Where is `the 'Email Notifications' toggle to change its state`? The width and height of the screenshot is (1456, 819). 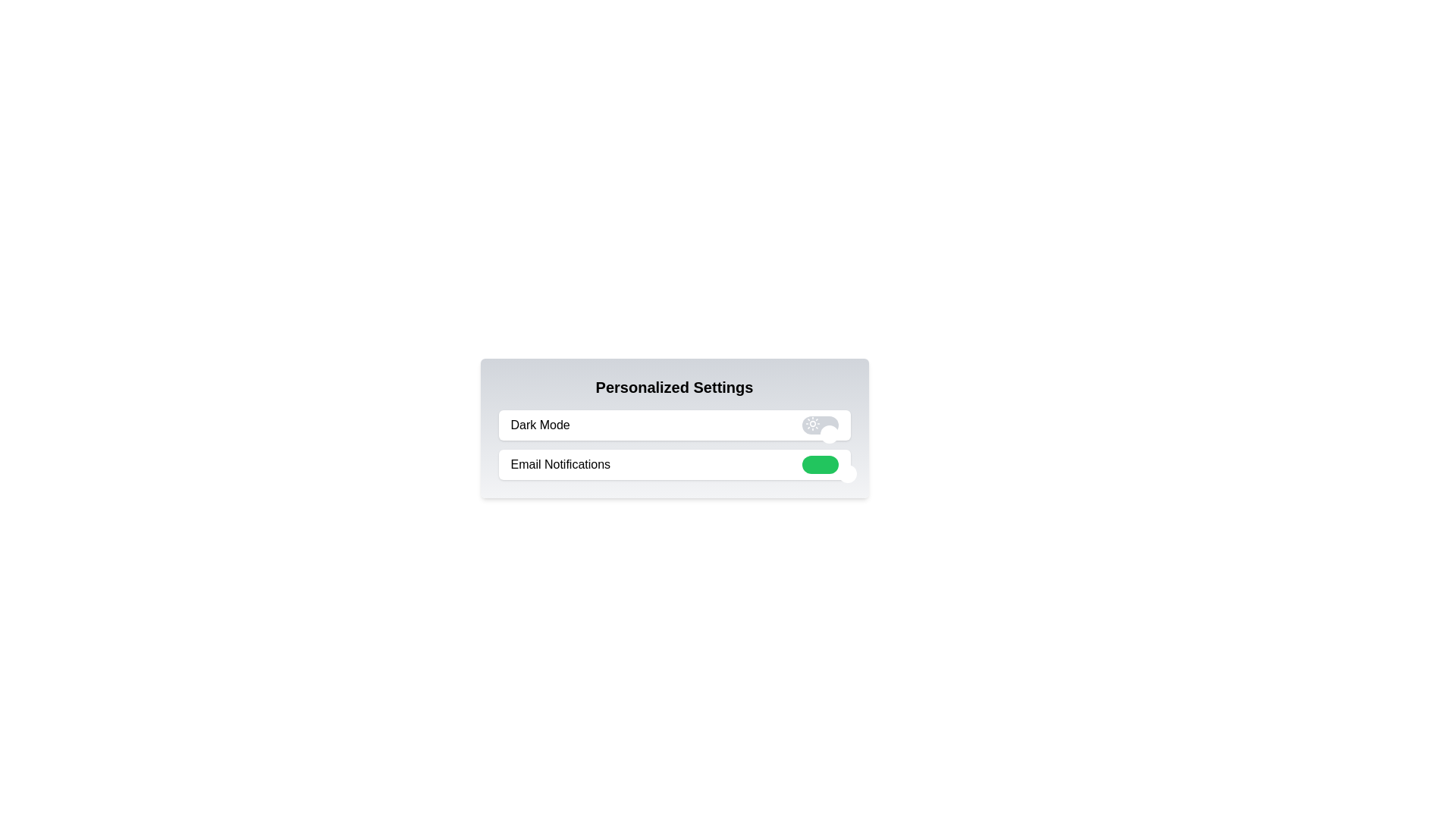
the 'Email Notifications' toggle to change its state is located at coordinates (819, 464).